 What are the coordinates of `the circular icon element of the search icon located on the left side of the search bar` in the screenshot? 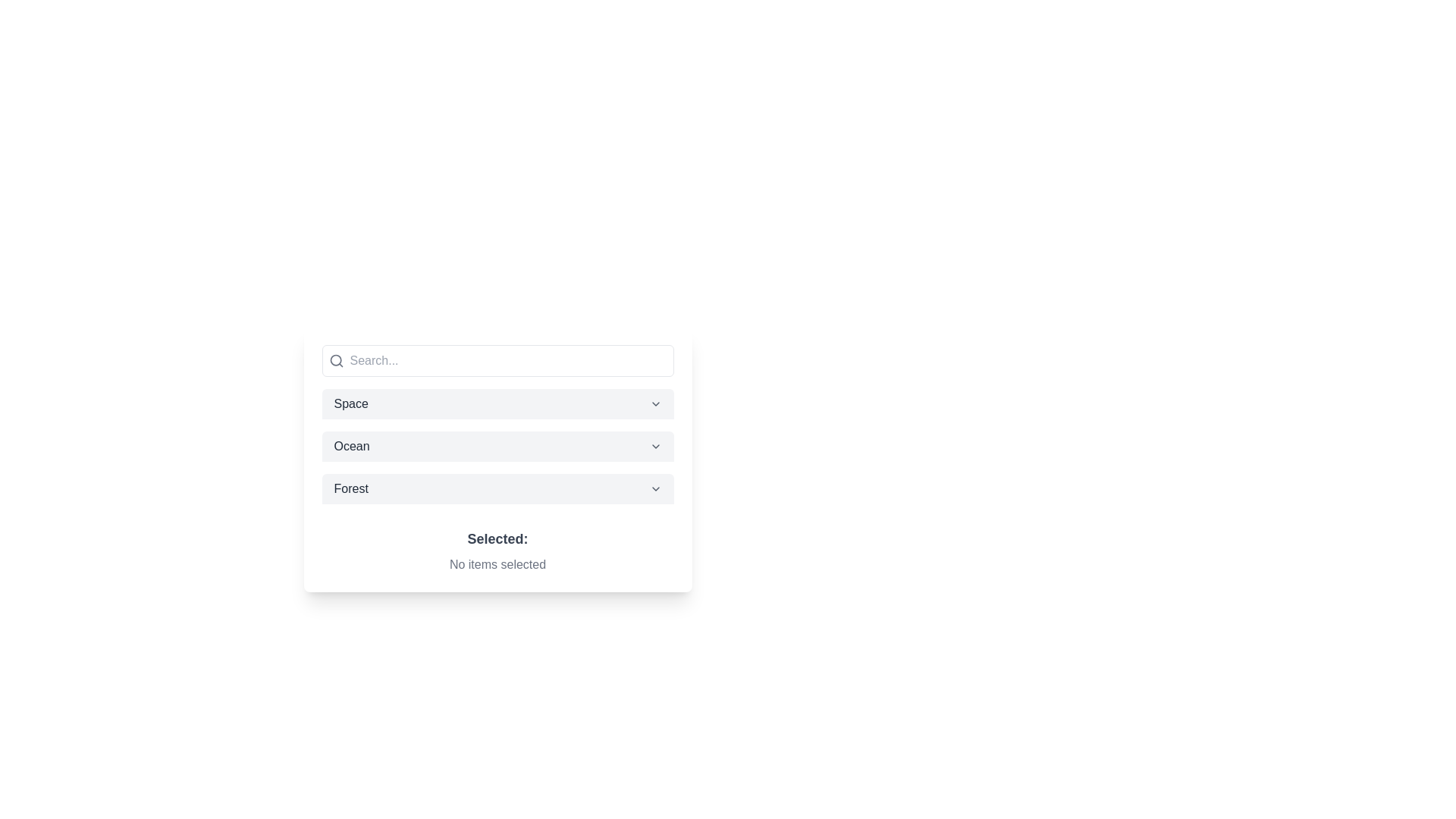 It's located at (334, 360).